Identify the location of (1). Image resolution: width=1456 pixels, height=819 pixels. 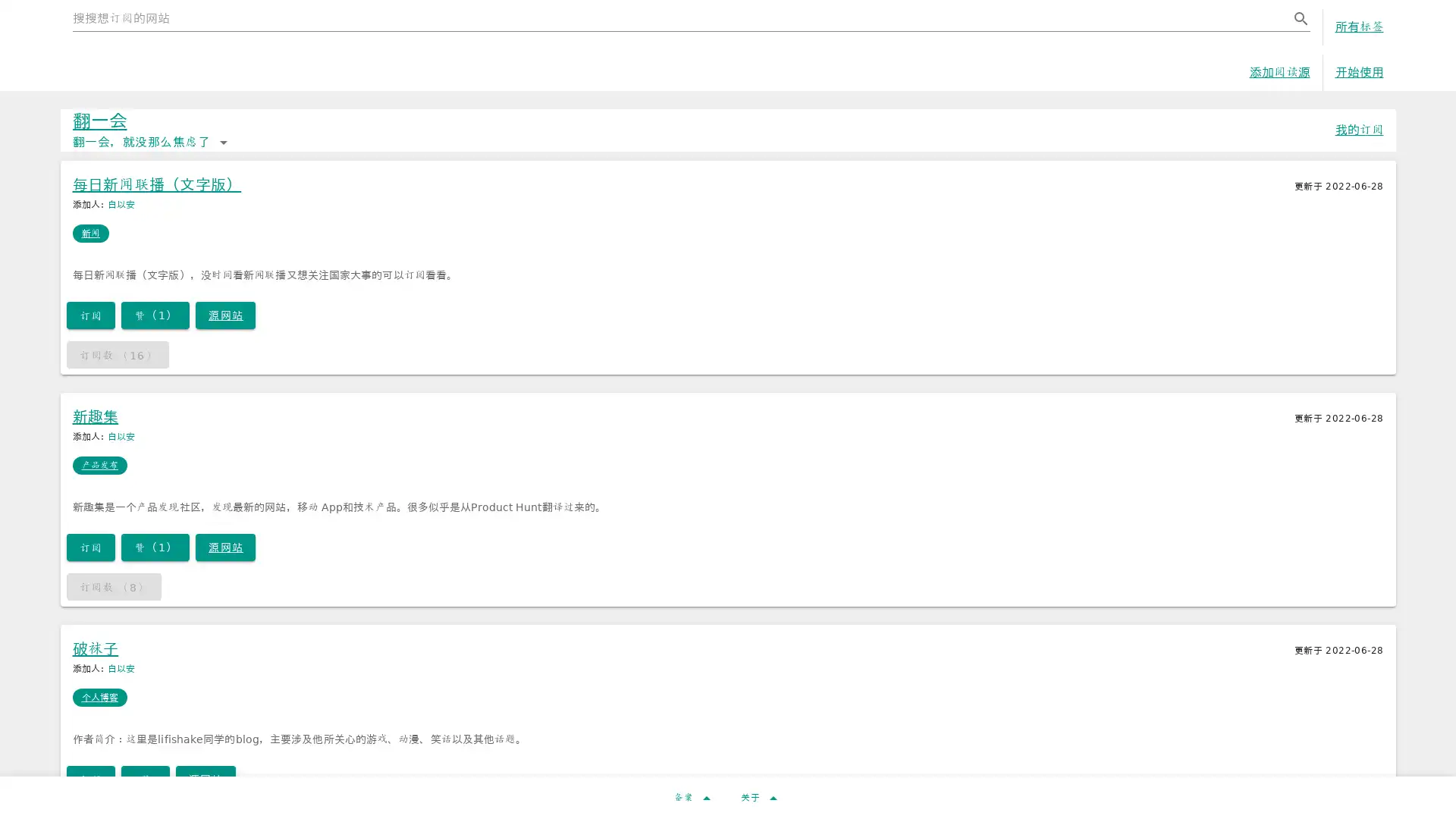
(155, 553).